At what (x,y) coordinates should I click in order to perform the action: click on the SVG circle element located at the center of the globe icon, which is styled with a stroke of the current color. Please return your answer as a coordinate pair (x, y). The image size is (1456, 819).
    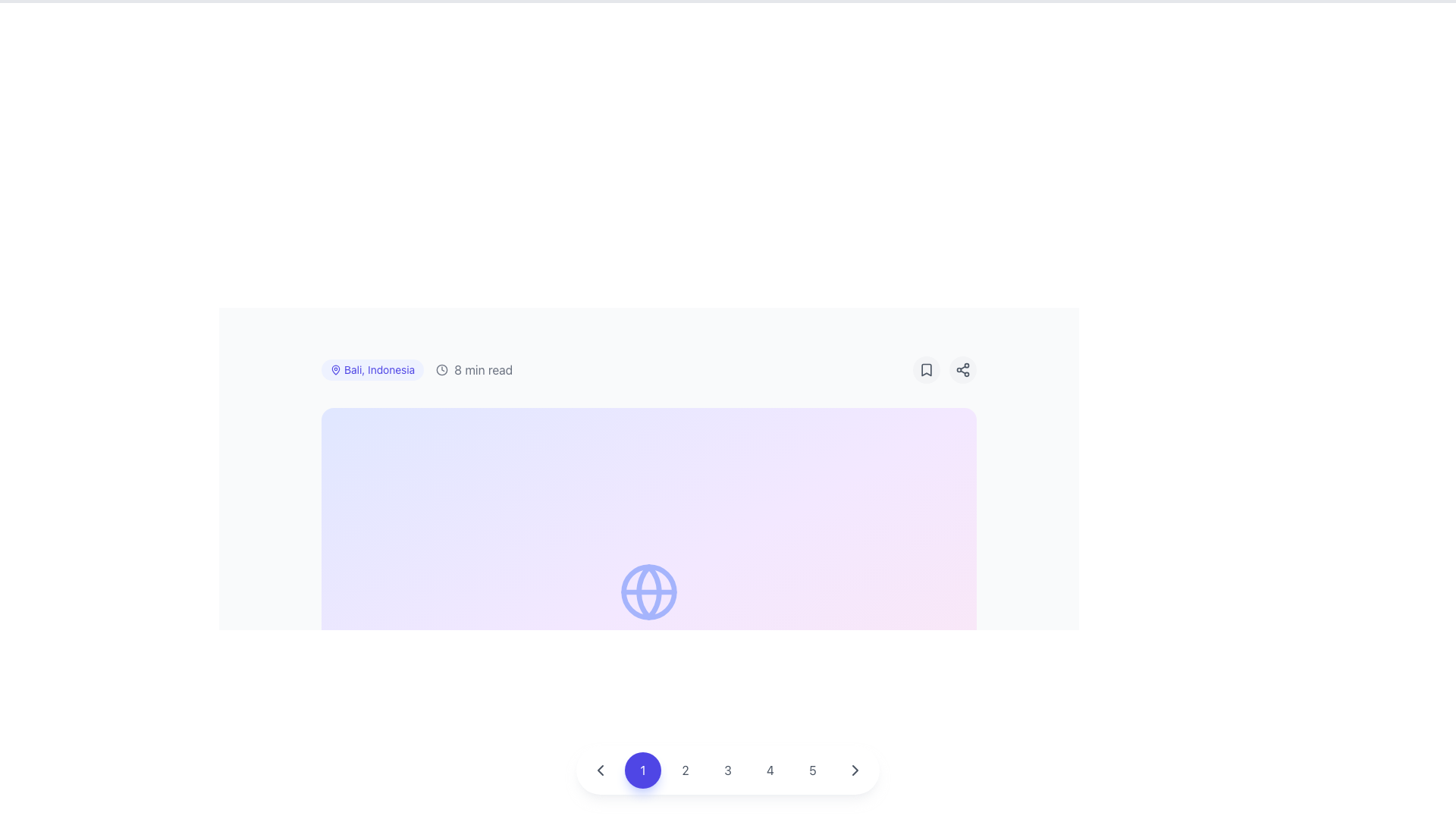
    Looking at the image, I should click on (648, 591).